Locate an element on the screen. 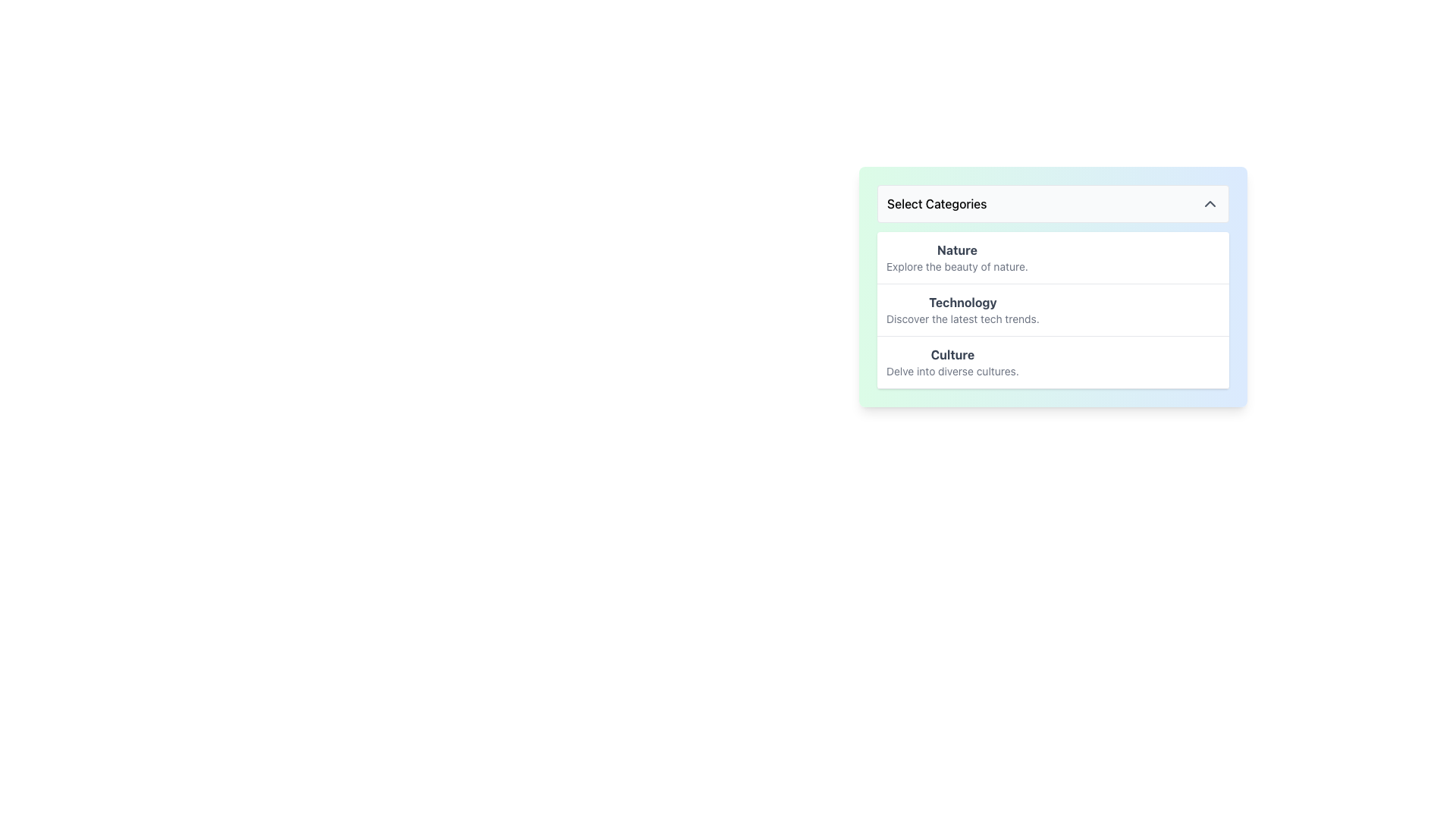  the 'Technology' category list item is located at coordinates (1052, 309).